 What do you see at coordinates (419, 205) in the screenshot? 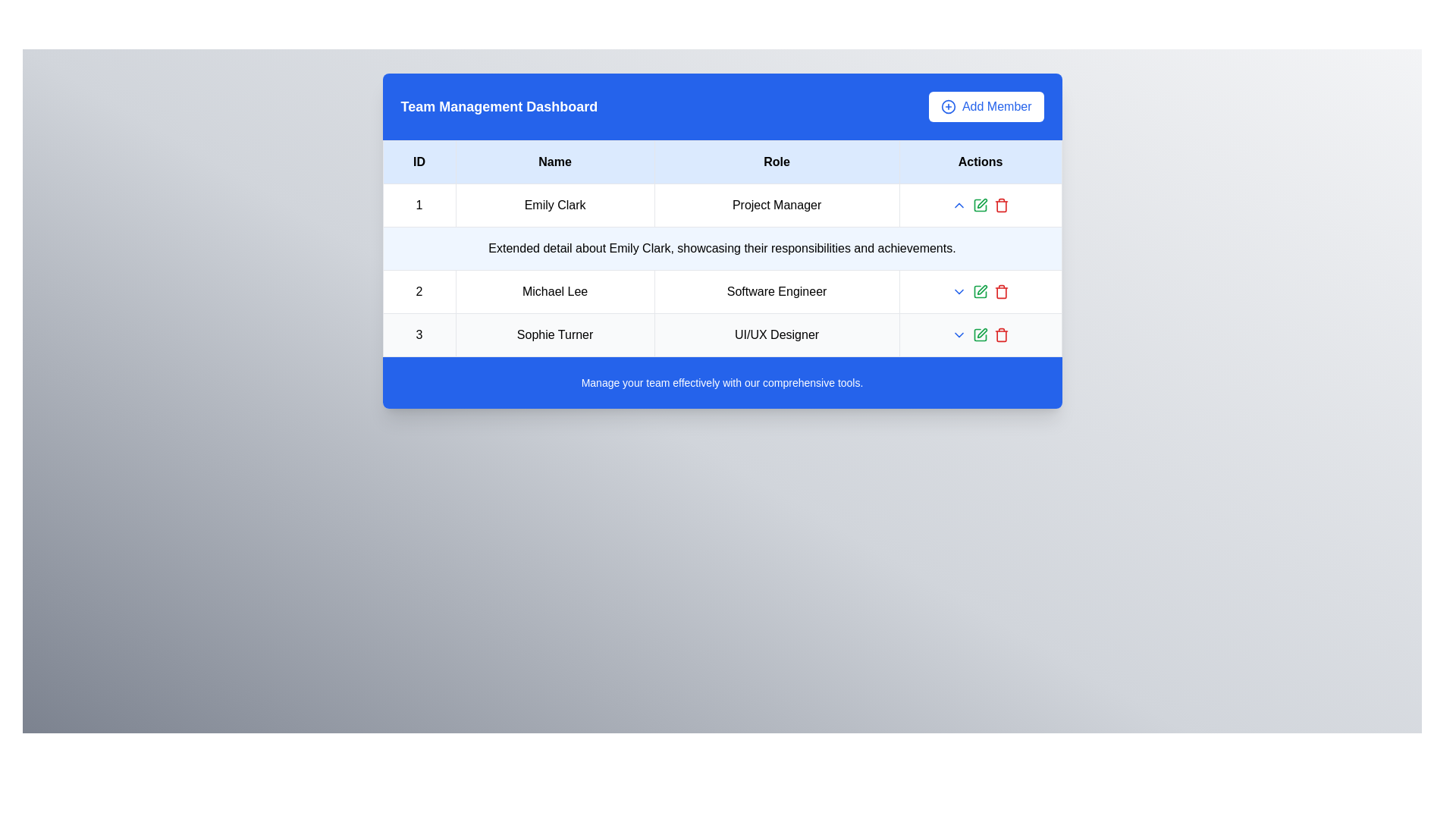
I see `the table cell containing the number '1' in the first column of the row for 'Emily Clark' programmatically` at bounding box center [419, 205].